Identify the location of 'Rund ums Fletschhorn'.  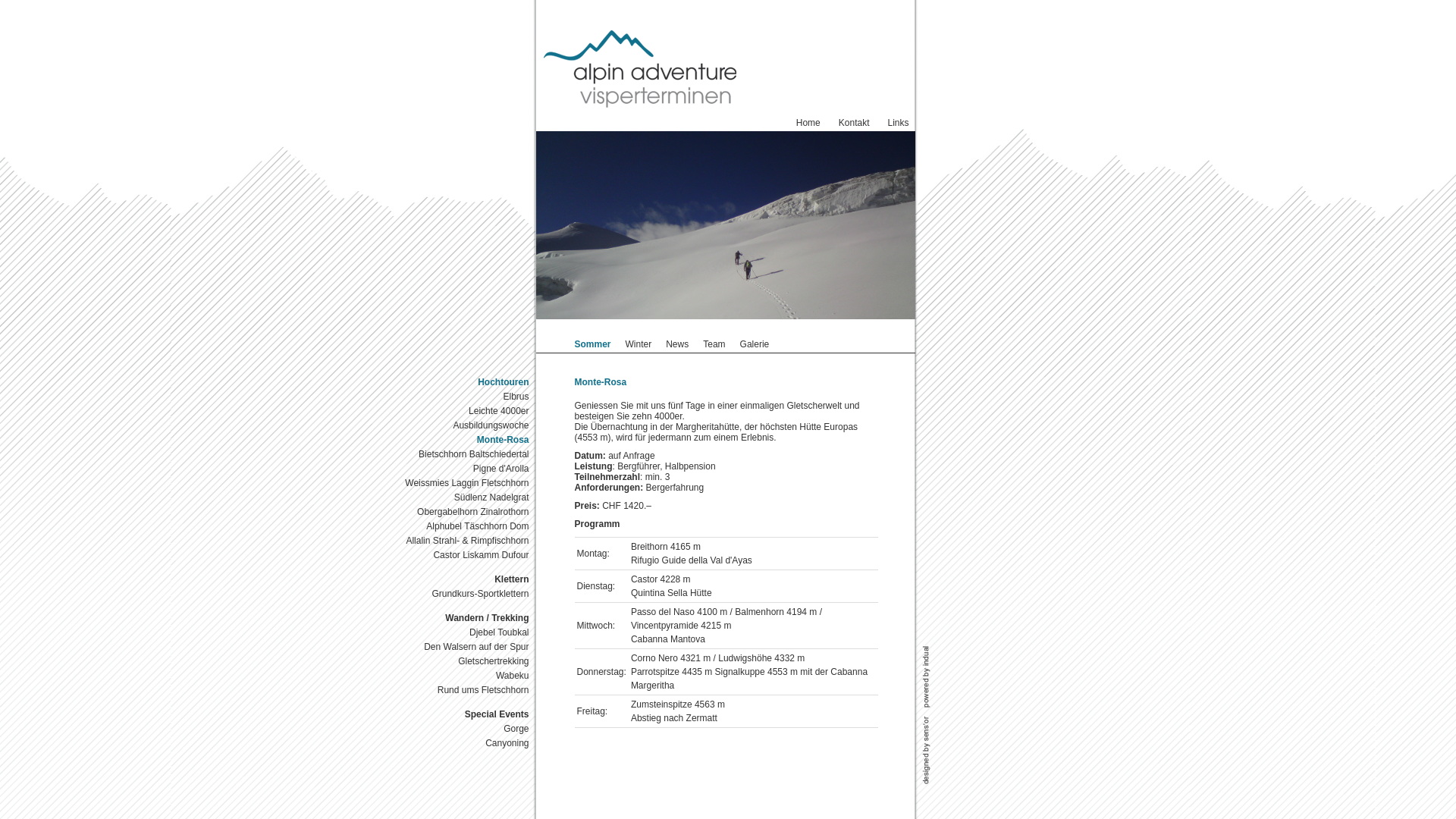
(462, 690).